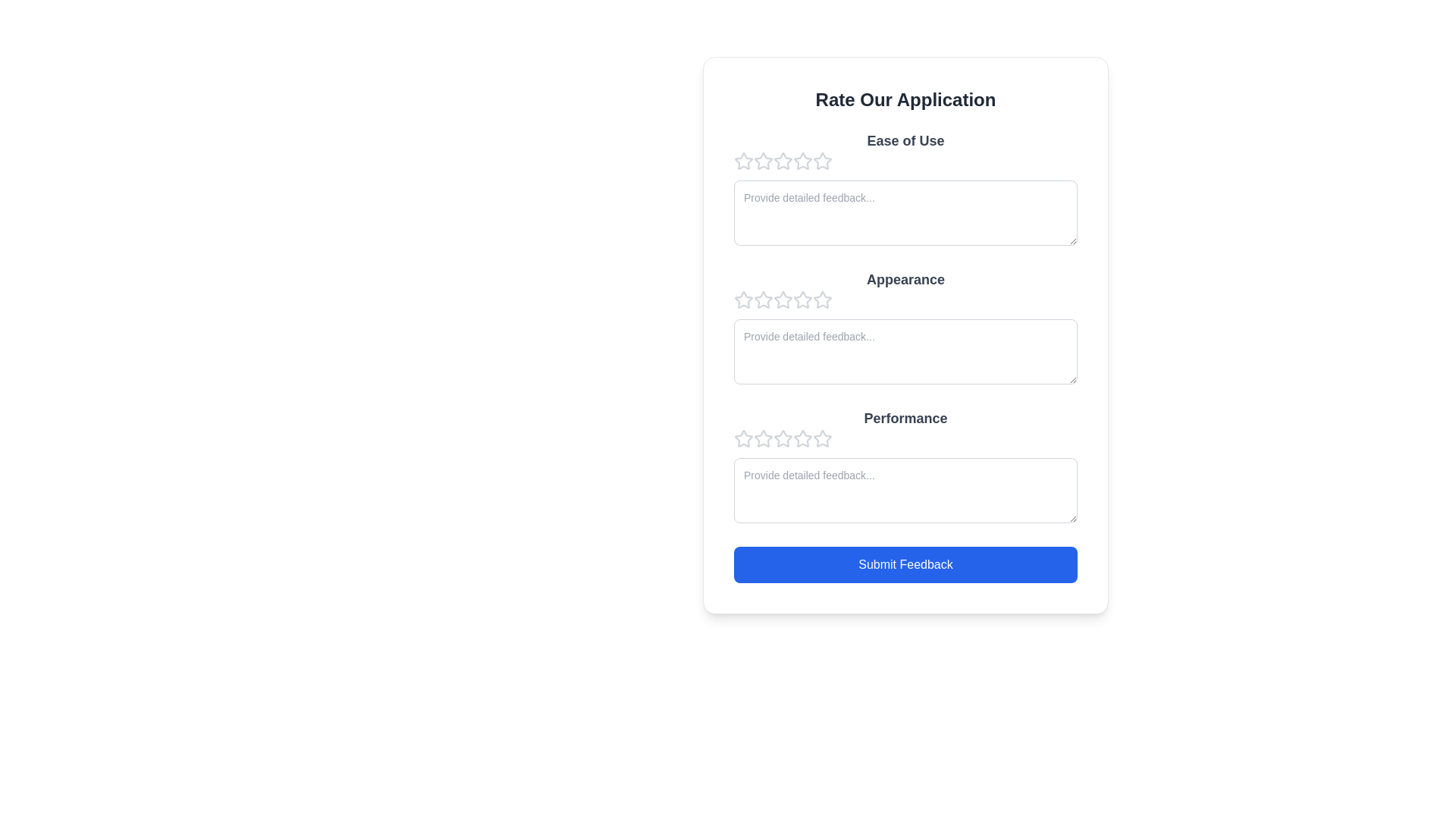 The width and height of the screenshot is (1456, 819). What do you see at coordinates (801, 161) in the screenshot?
I see `the second star icon in the rating section to rate the application` at bounding box center [801, 161].